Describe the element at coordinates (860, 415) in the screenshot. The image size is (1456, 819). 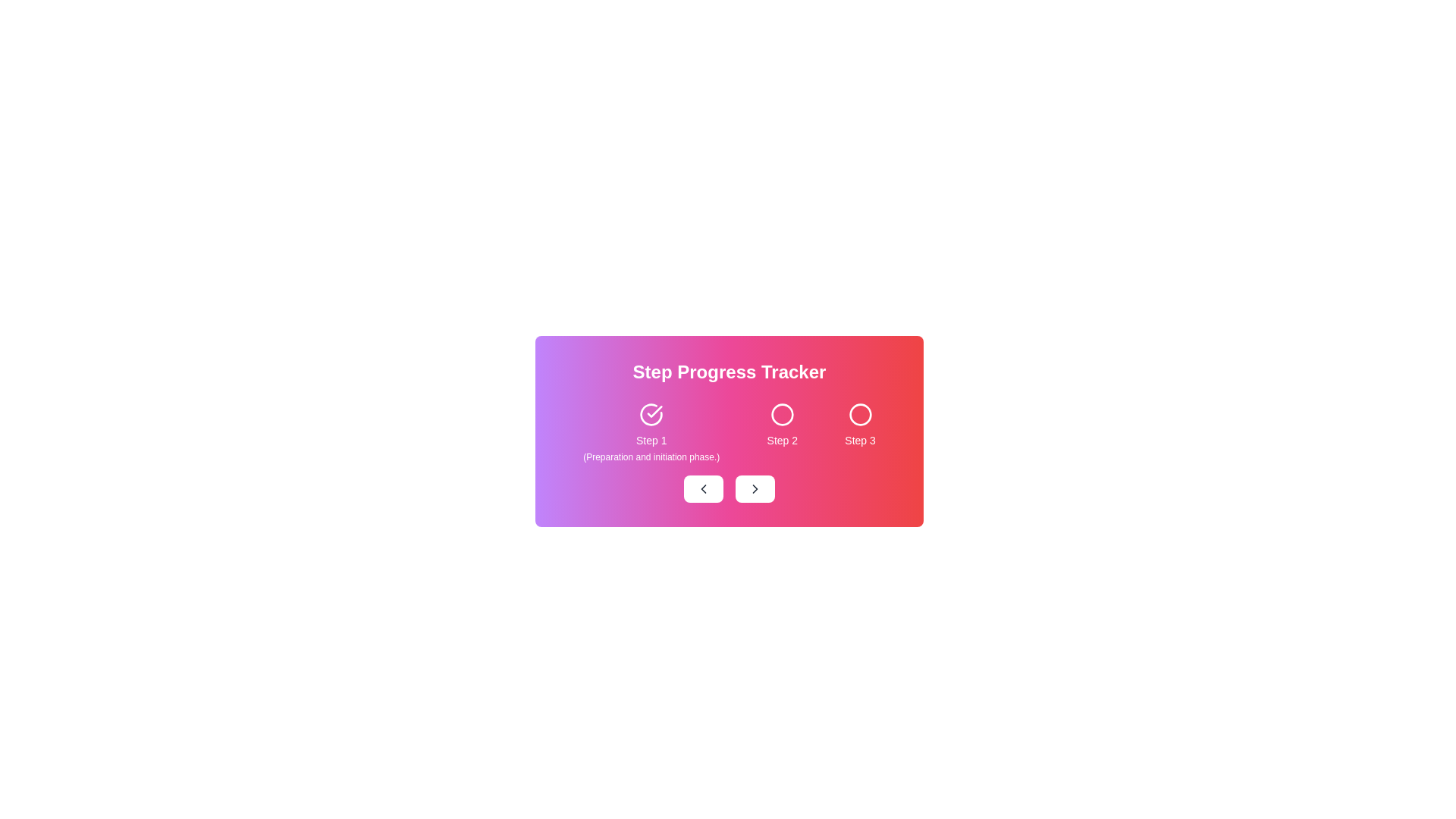
I see `the third circular icon indicating 'Step 3' in the step progress tracker interface located at the top of the gradient card` at that location.